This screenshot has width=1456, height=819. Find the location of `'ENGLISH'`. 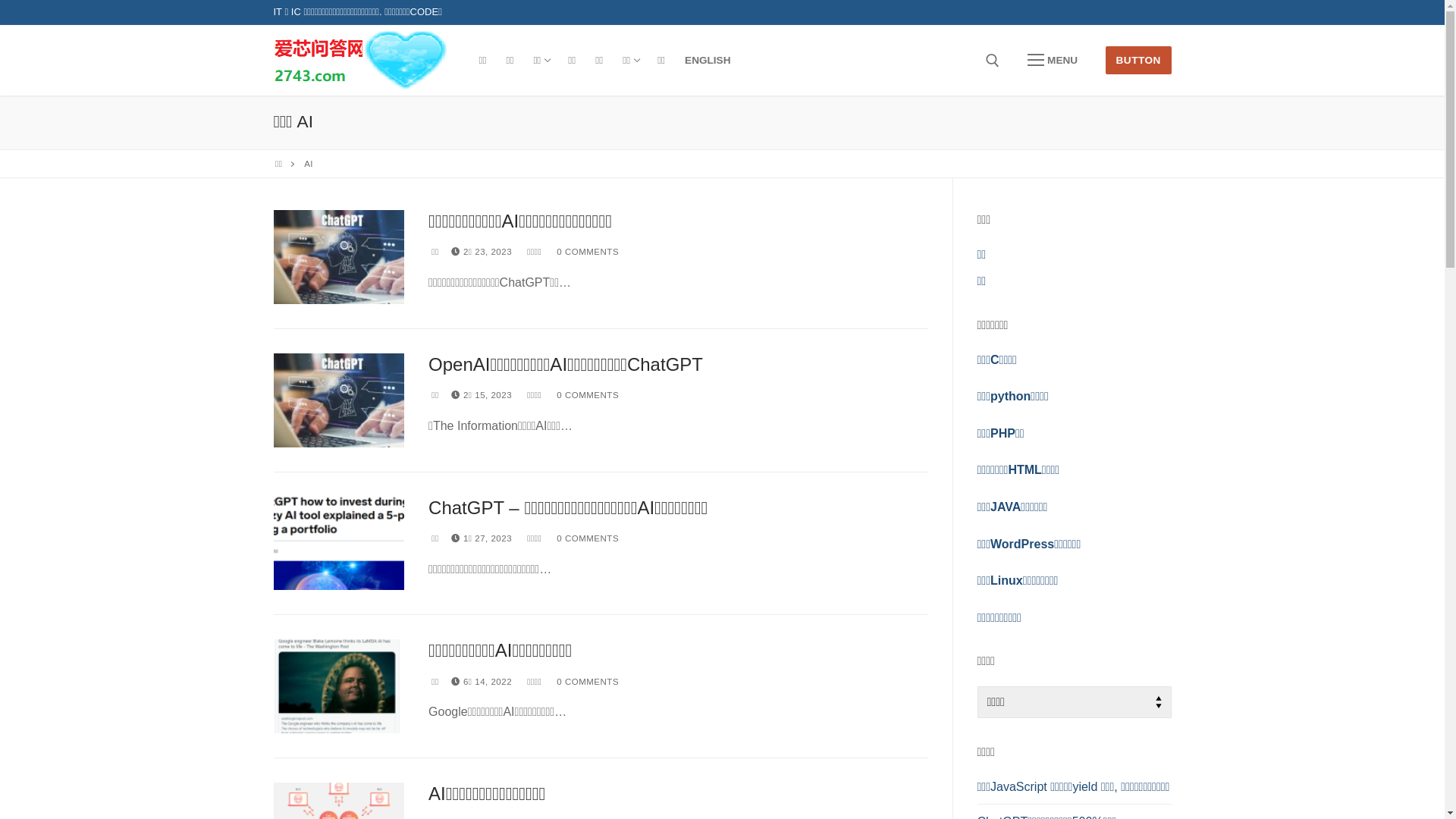

'ENGLISH' is located at coordinates (706, 60).